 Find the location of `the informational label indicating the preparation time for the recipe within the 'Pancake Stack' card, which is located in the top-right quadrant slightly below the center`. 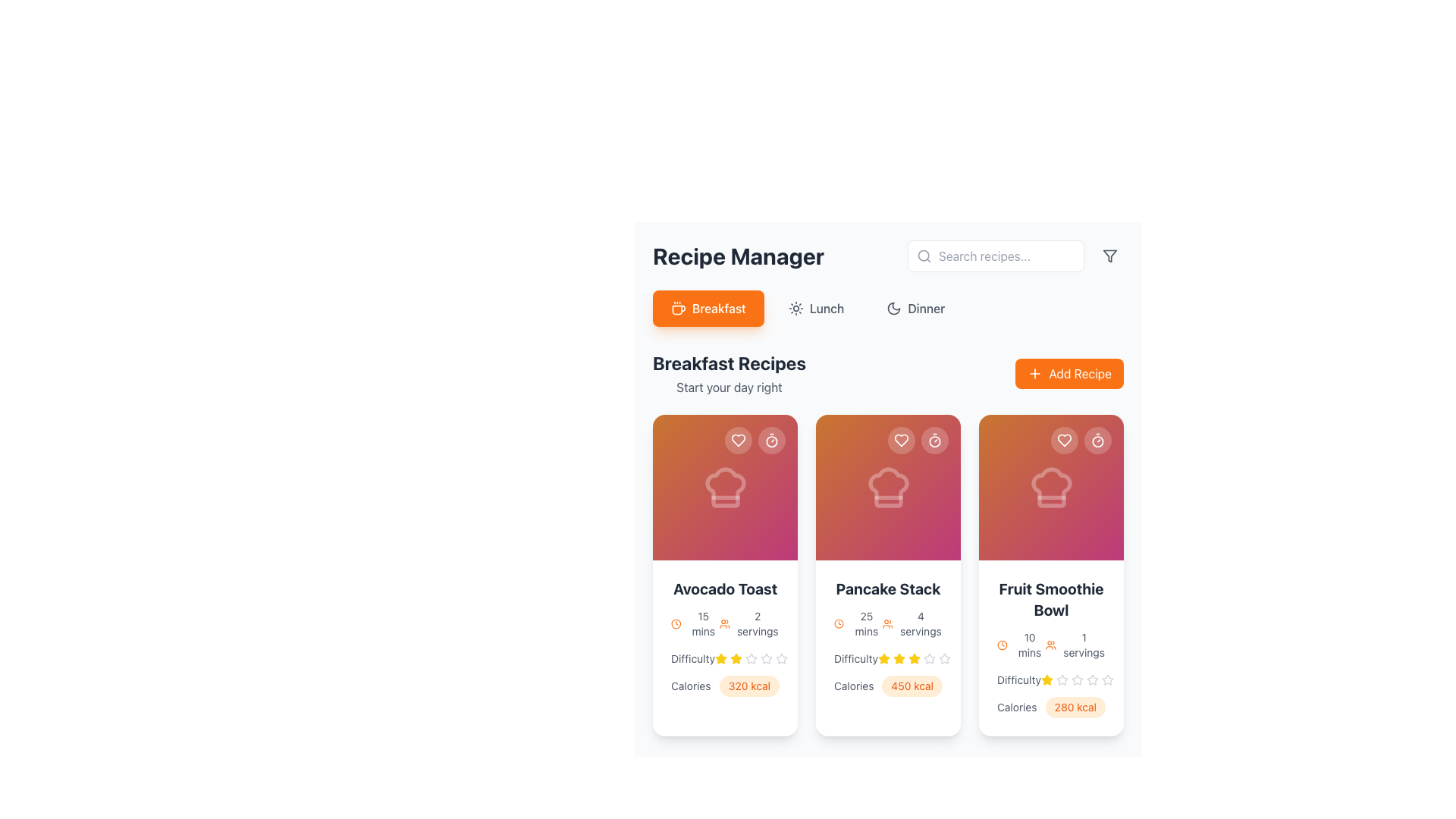

the informational label indicating the preparation time for the recipe within the 'Pancake Stack' card, which is located in the top-right quadrant slightly below the center is located at coordinates (858, 623).